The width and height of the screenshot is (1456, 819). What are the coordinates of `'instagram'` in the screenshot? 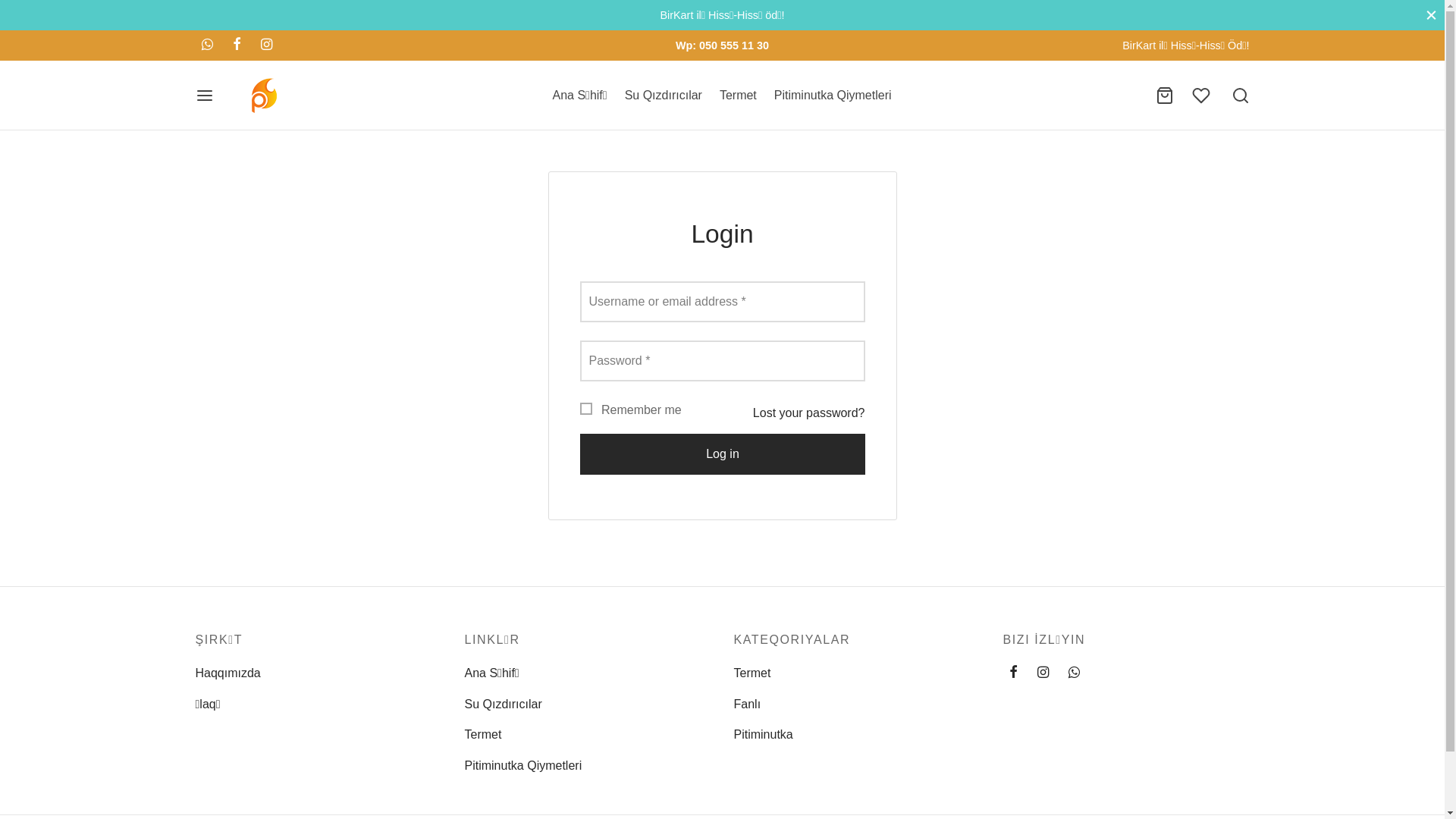 It's located at (1031, 672).